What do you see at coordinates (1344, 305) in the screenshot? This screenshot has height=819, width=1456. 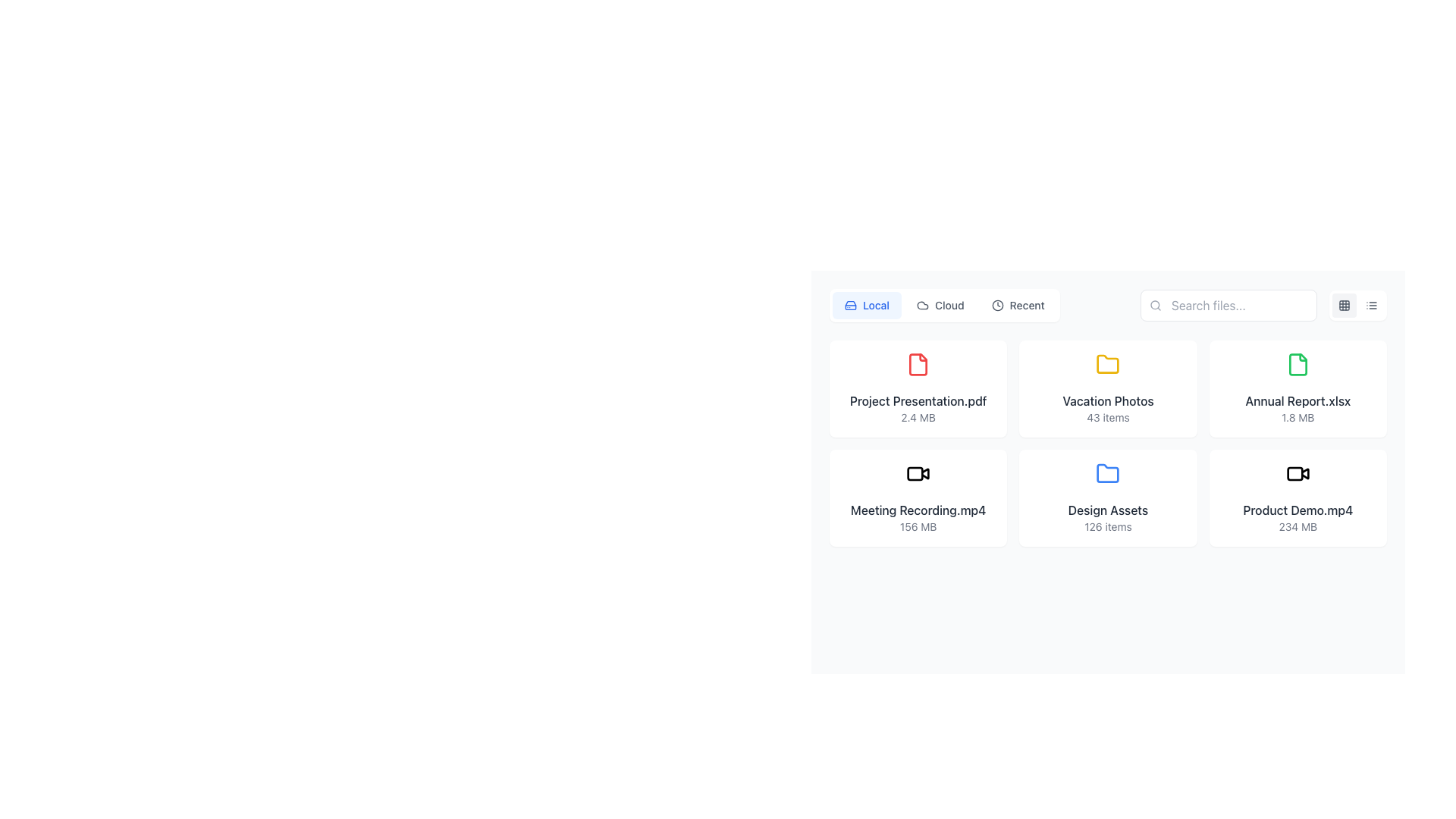 I see `the small grid icon button located at the top-right corner of the interface to change the layout view` at bounding box center [1344, 305].